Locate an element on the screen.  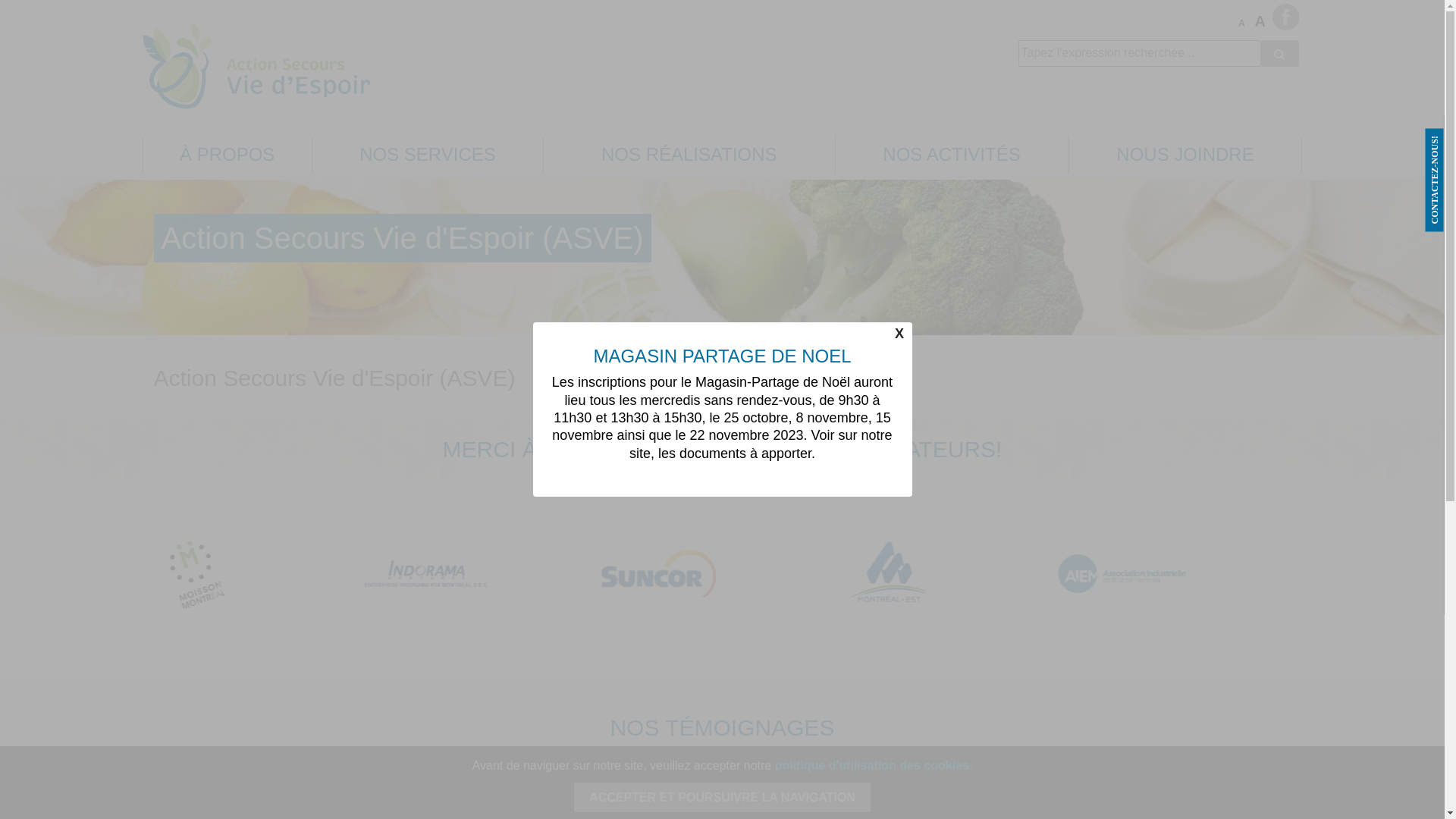
'X' is located at coordinates (899, 333).